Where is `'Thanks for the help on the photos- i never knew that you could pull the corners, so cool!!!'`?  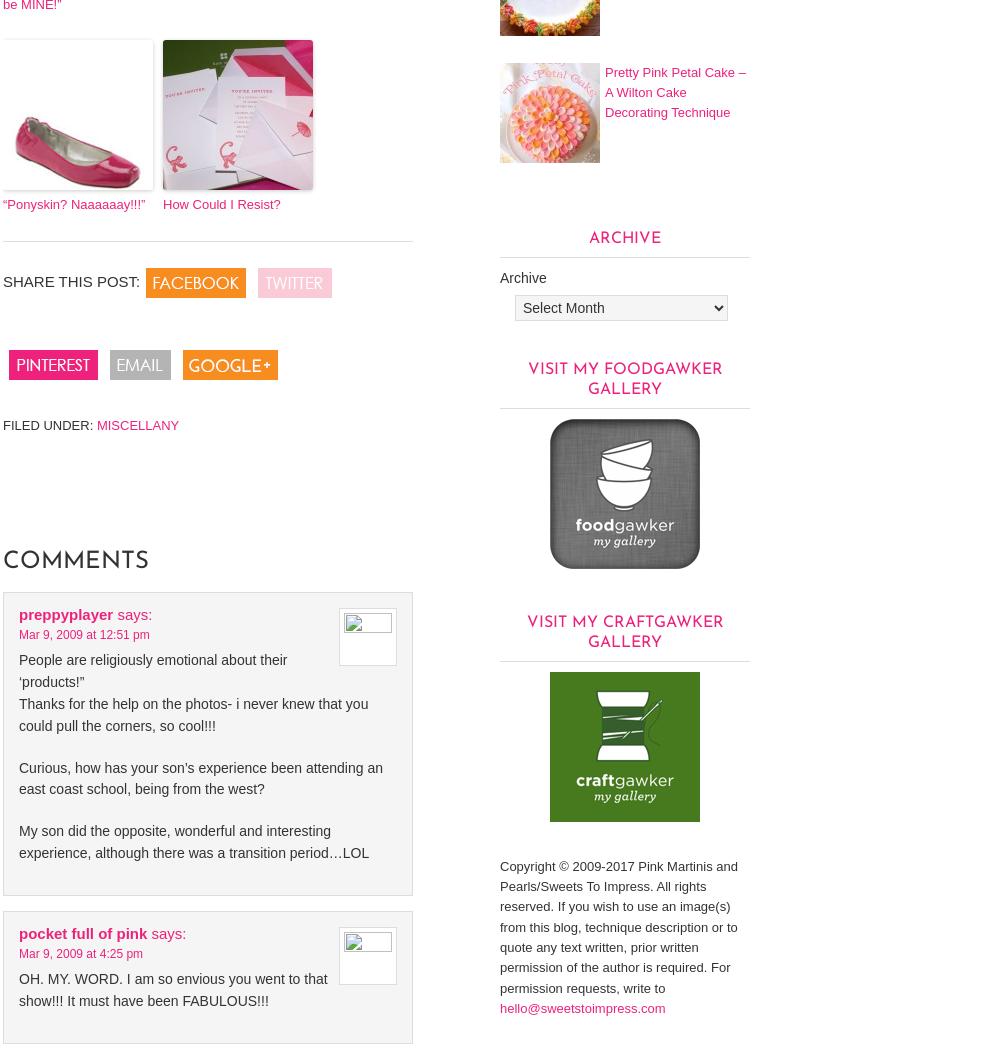
'Thanks for the help on the photos- i never knew that you could pull the corners, so cool!!!' is located at coordinates (192, 714).